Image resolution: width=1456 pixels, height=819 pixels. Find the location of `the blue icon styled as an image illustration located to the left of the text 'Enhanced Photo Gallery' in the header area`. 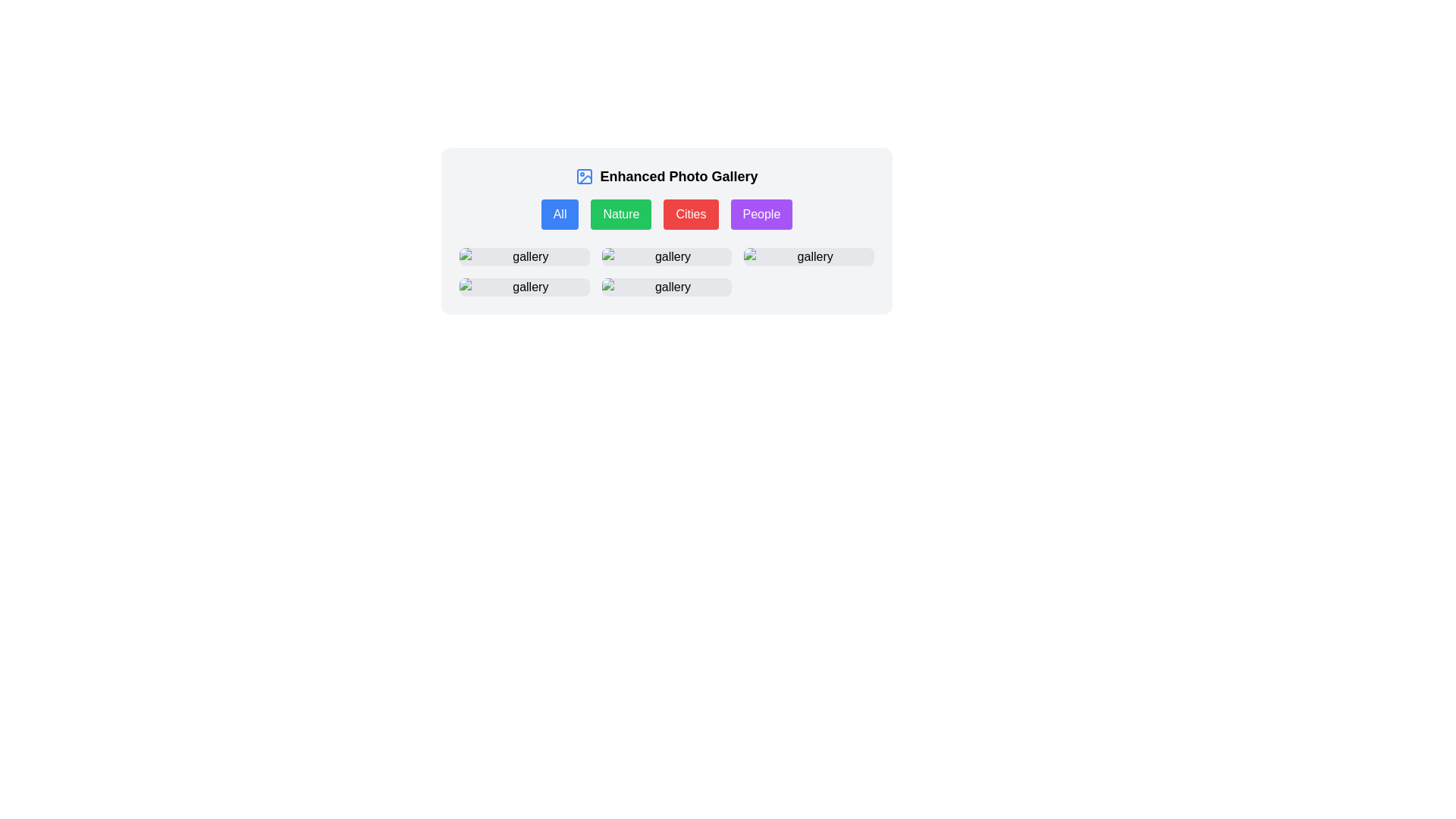

the blue icon styled as an image illustration located to the left of the text 'Enhanced Photo Gallery' in the header area is located at coordinates (584, 175).